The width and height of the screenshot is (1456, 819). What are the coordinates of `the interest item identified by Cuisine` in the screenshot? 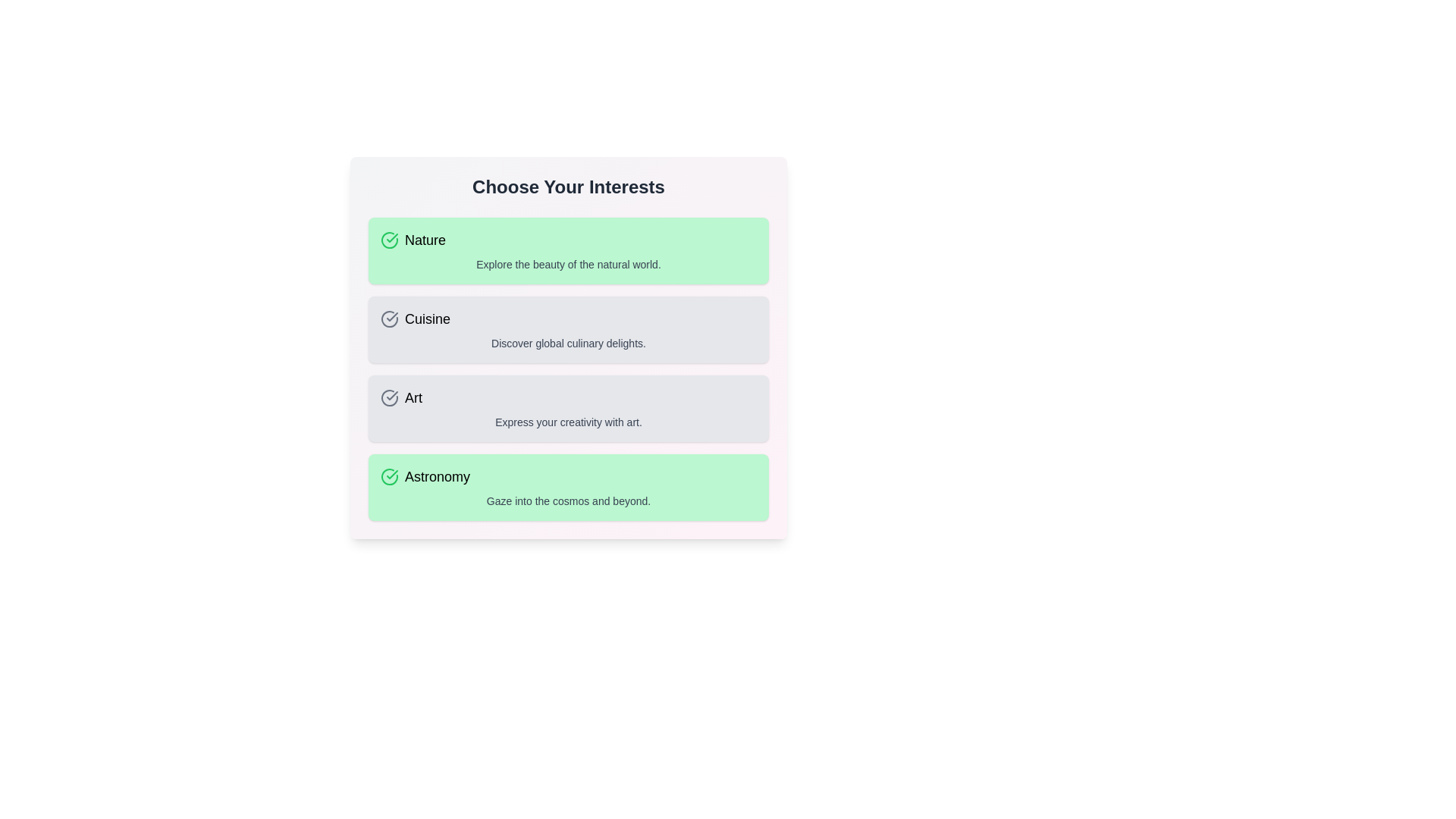 It's located at (567, 329).